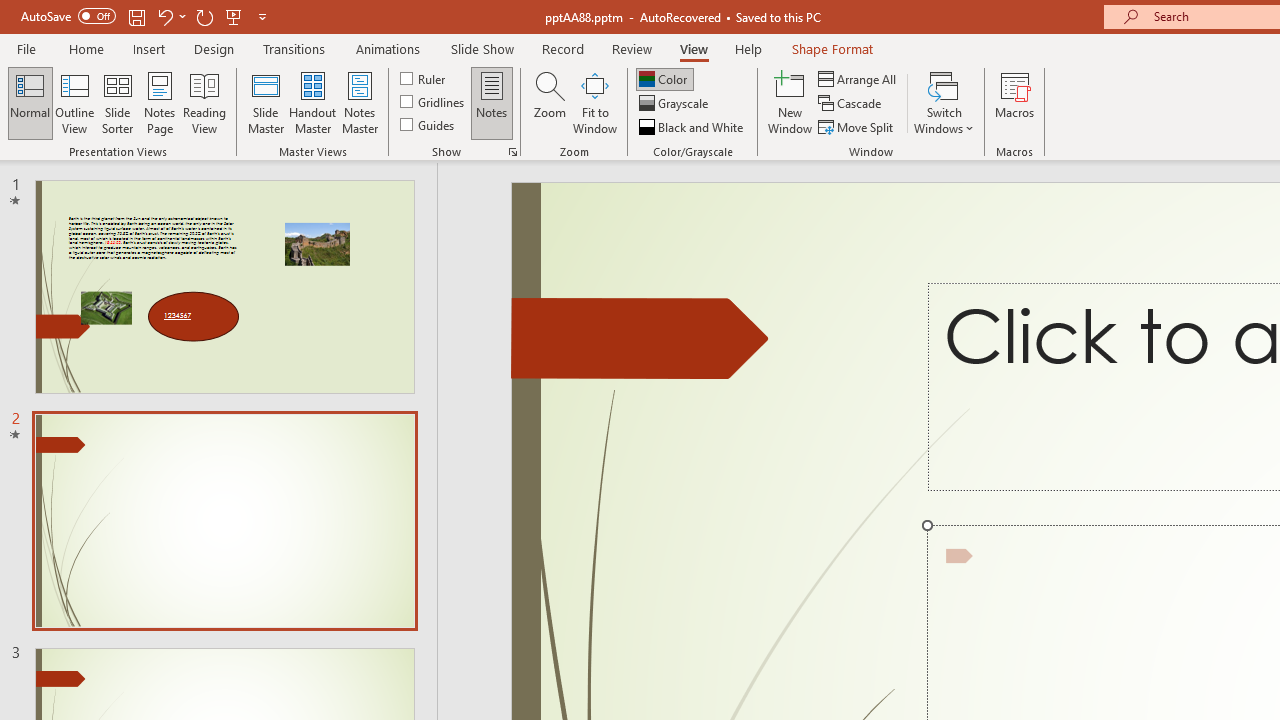 The width and height of the screenshot is (1280, 720). What do you see at coordinates (594, 103) in the screenshot?
I see `'Fit to Window'` at bounding box center [594, 103].